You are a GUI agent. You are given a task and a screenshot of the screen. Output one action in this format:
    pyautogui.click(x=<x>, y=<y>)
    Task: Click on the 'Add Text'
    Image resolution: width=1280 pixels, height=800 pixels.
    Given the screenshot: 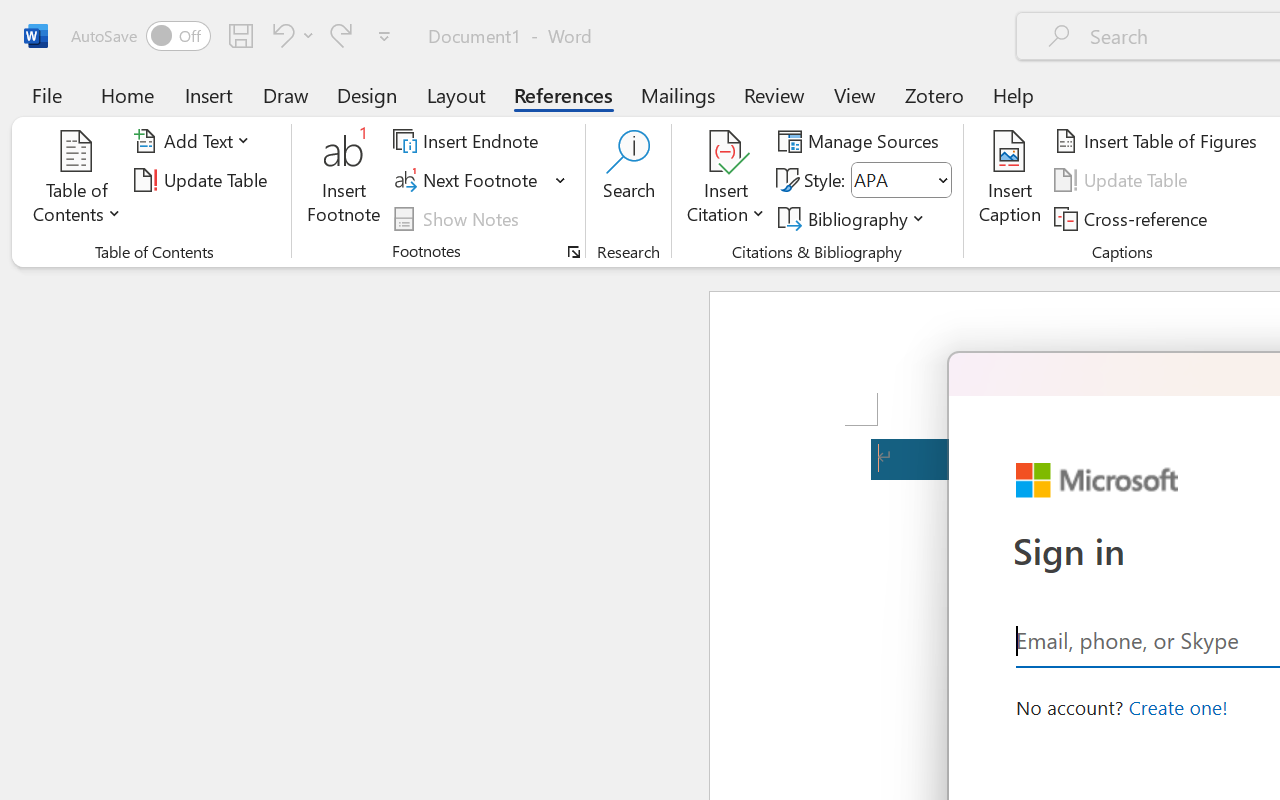 What is the action you would take?
    pyautogui.click(x=195, y=141)
    